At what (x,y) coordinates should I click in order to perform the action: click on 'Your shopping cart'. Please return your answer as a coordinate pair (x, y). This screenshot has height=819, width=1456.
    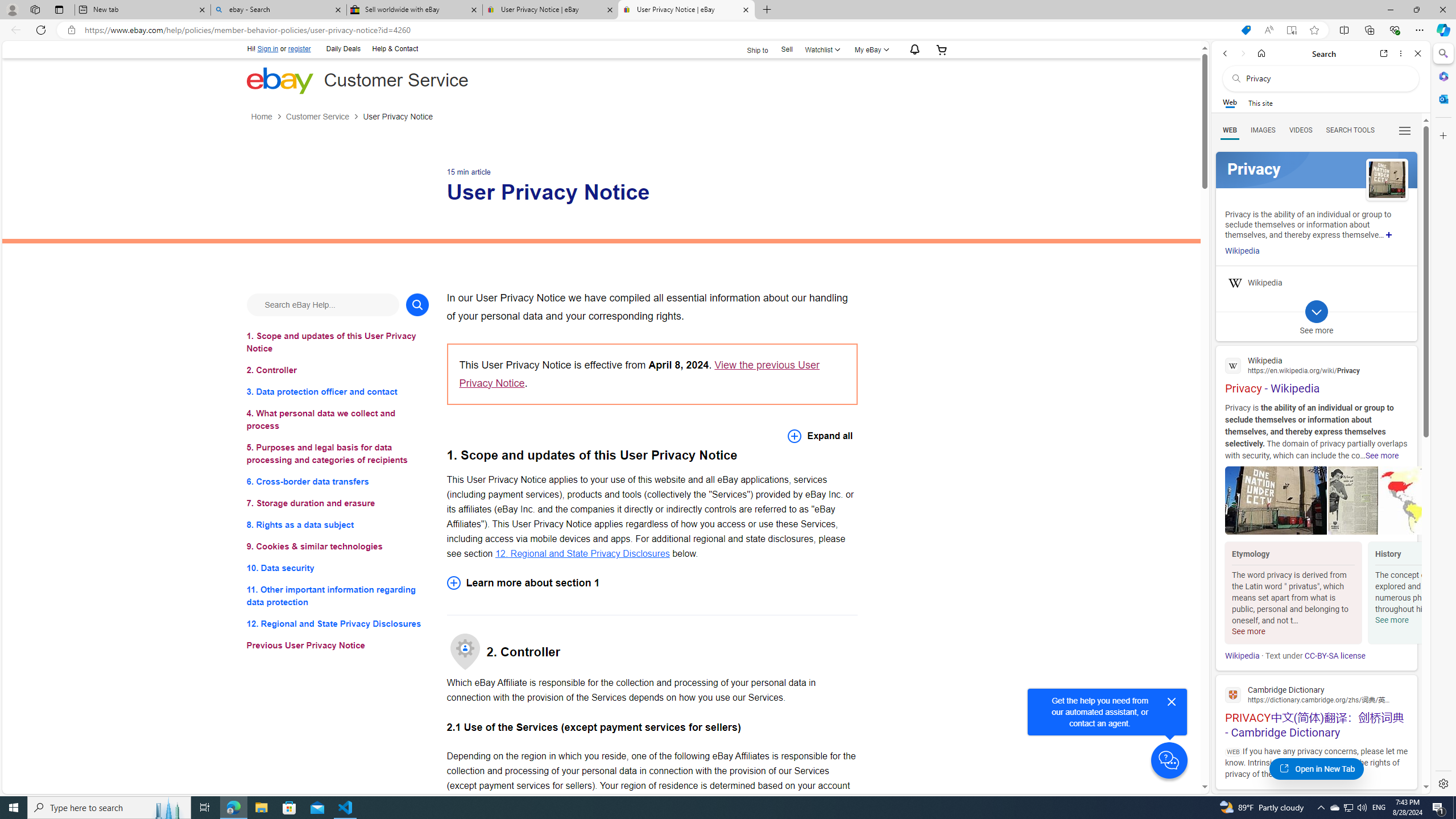
    Looking at the image, I should click on (941, 49).